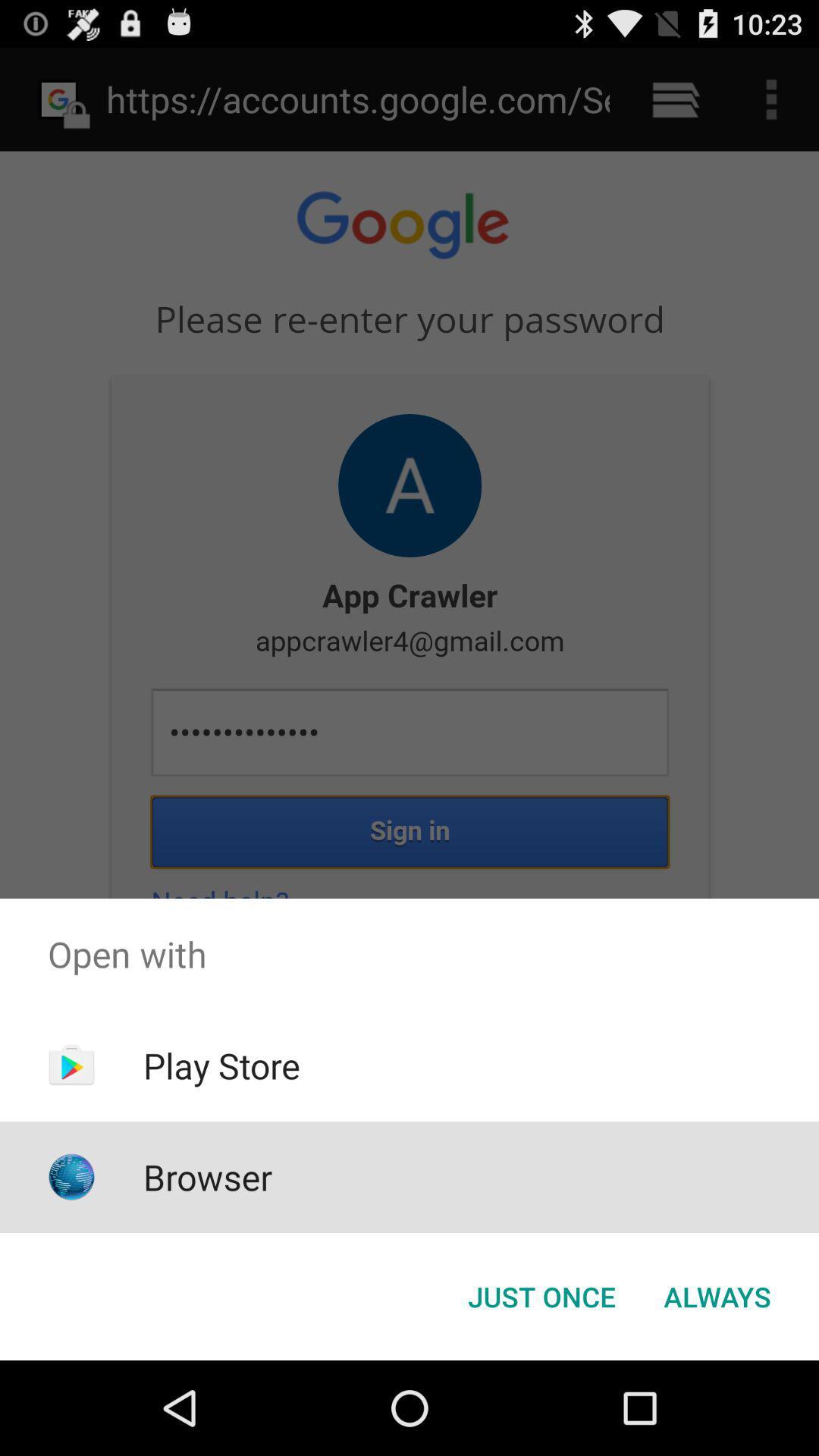 The width and height of the screenshot is (819, 1456). What do you see at coordinates (541, 1295) in the screenshot?
I see `button at the bottom` at bounding box center [541, 1295].